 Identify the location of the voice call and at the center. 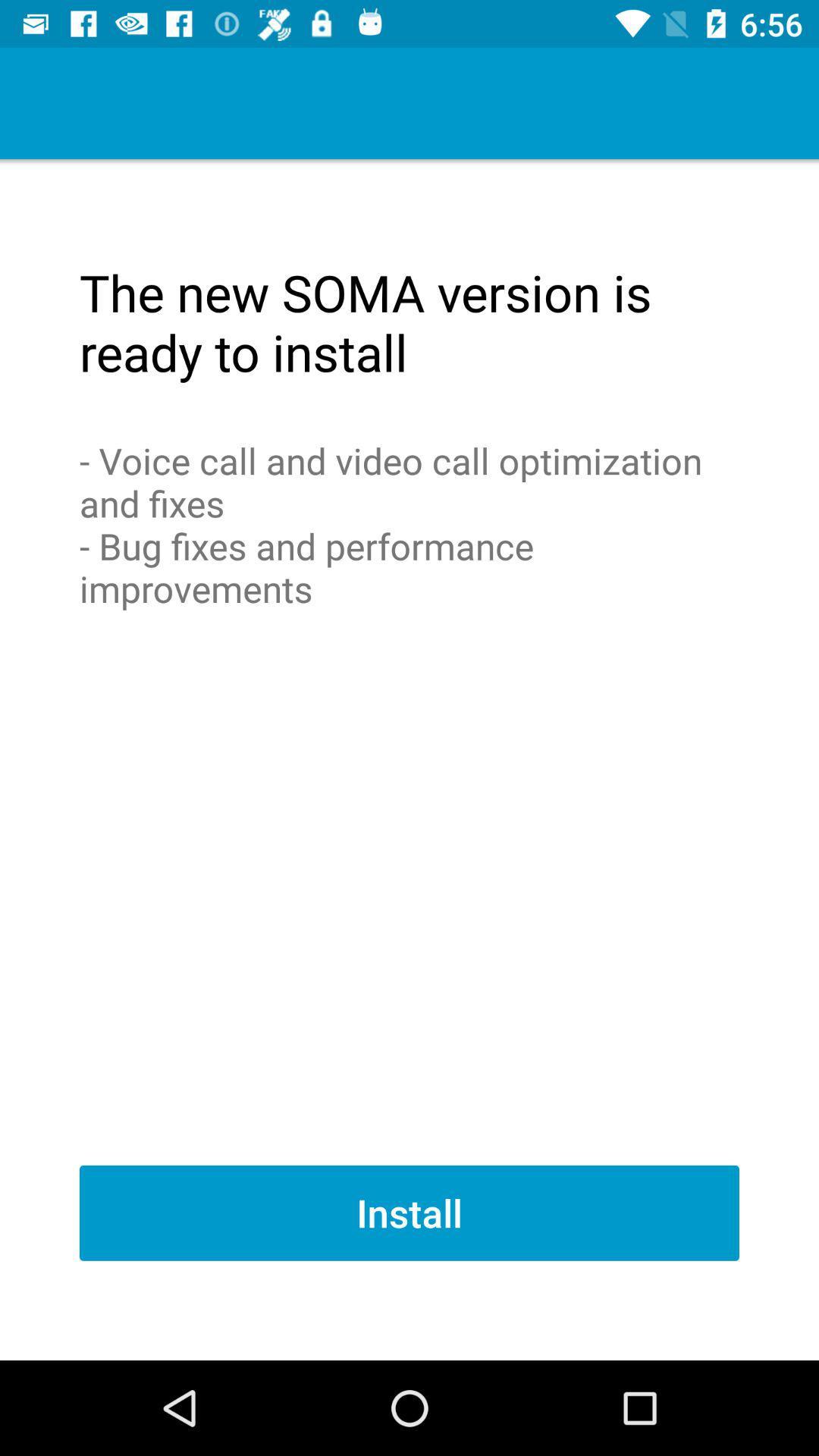
(409, 524).